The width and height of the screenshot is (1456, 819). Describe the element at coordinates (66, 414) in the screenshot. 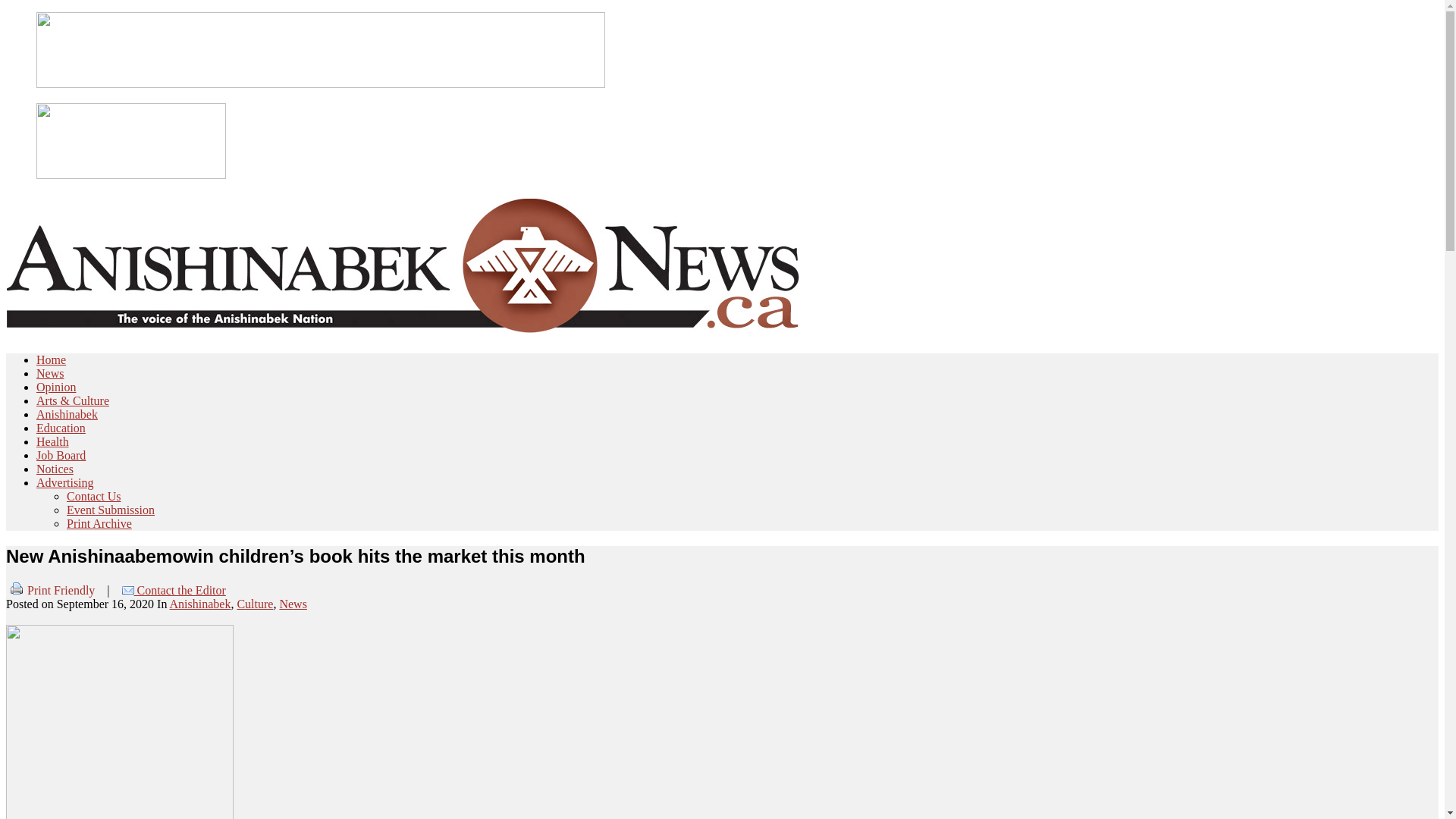

I see `'Anishinabek'` at that location.